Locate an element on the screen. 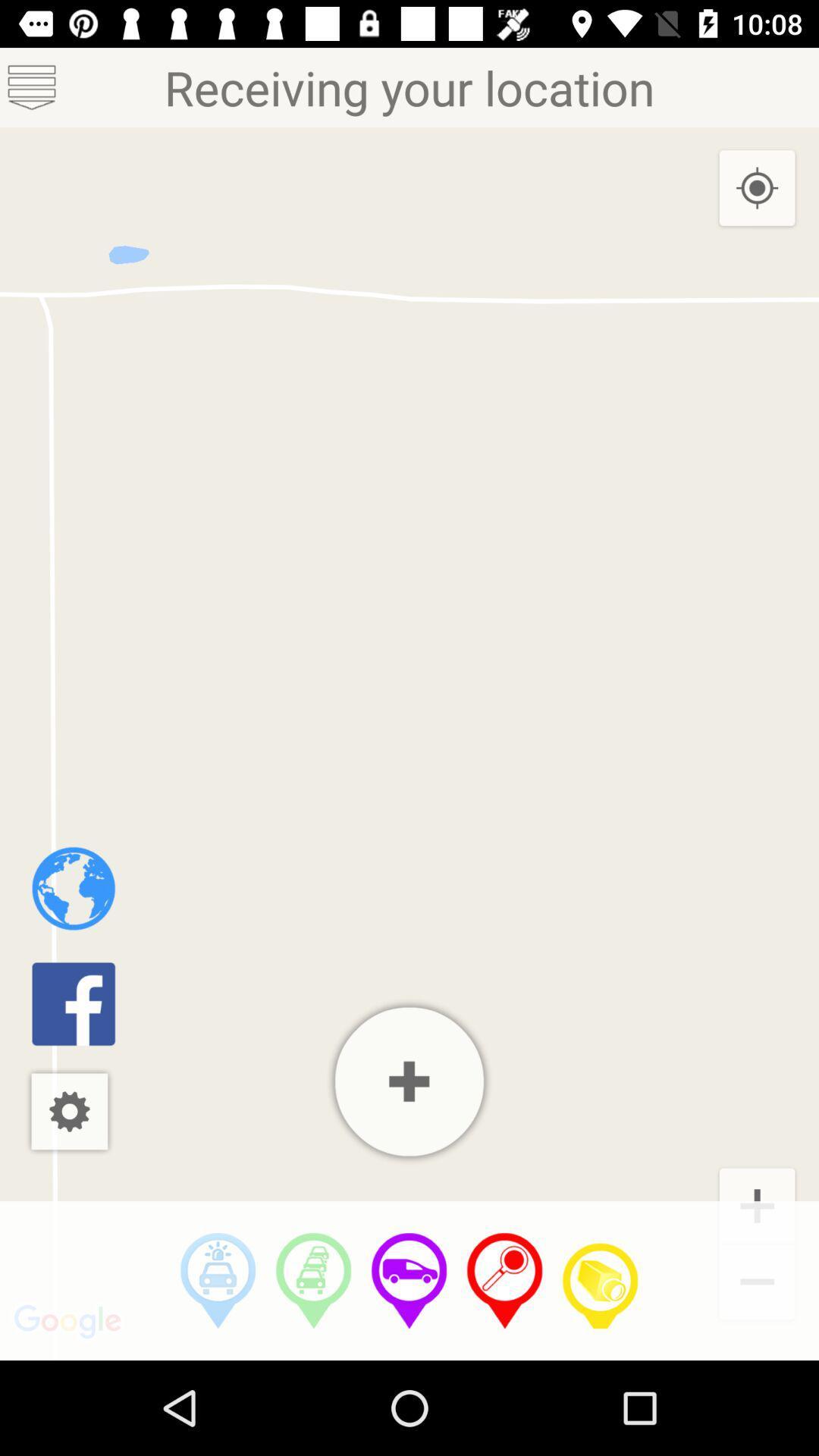 This screenshot has width=819, height=1456. the item below receiving your location is located at coordinates (74, 888).